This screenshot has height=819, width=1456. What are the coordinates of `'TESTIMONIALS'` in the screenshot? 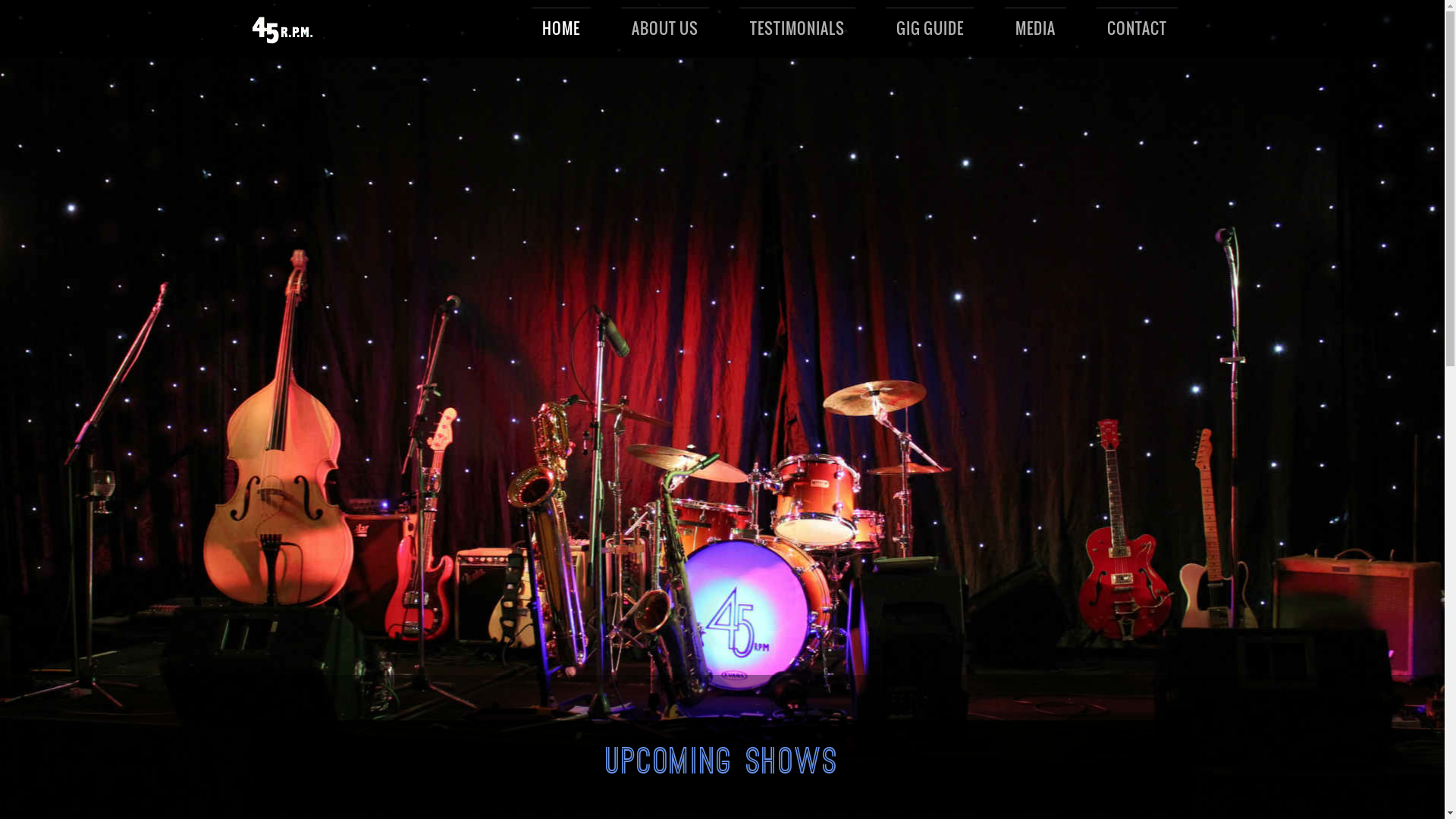 It's located at (796, 29).